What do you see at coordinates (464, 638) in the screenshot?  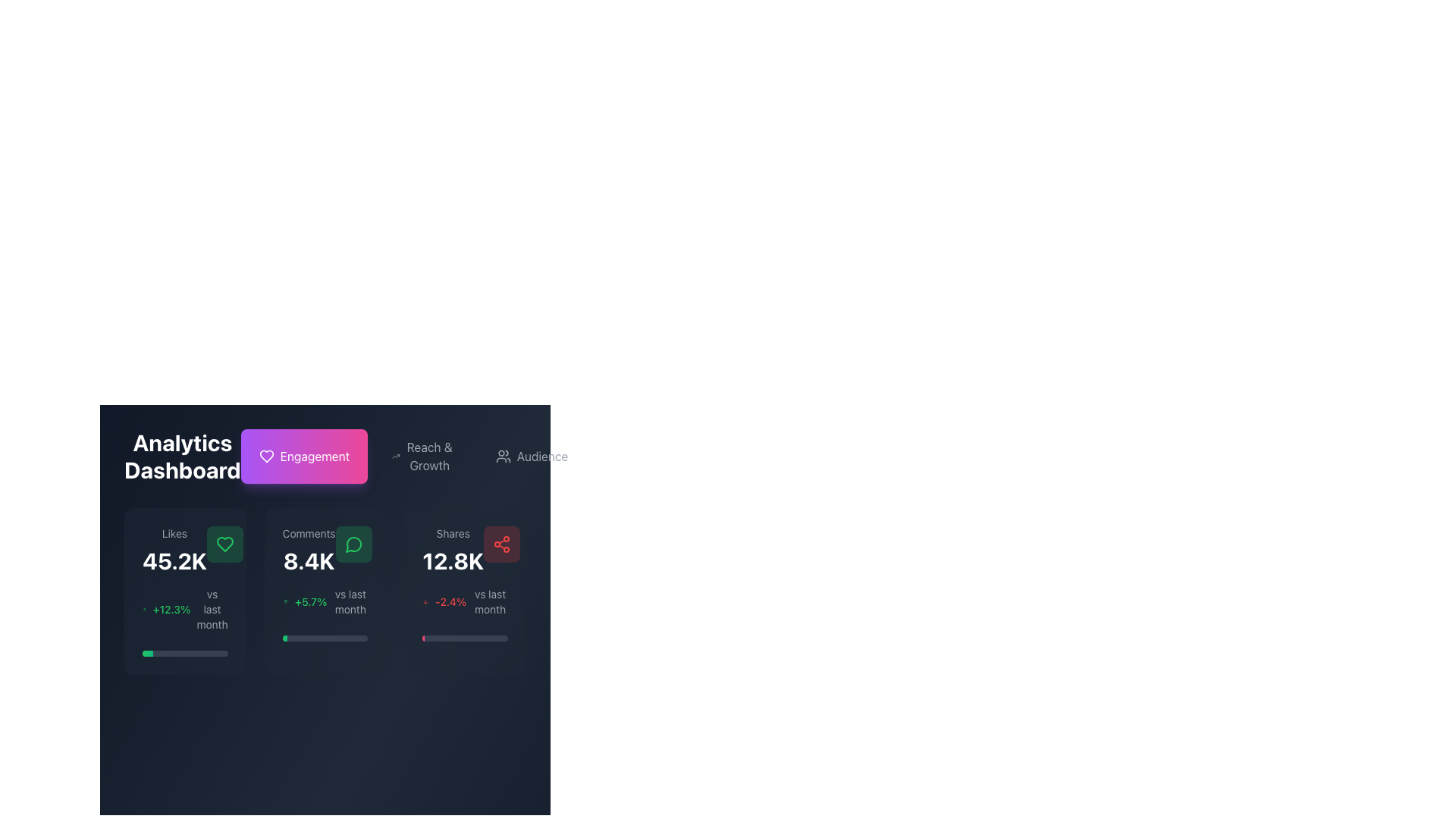 I see `the thin progress bar with rounded corners, styled in a gradient from red to pink, located at the bottom section of the 'Shares' card in the dashboard` at bounding box center [464, 638].